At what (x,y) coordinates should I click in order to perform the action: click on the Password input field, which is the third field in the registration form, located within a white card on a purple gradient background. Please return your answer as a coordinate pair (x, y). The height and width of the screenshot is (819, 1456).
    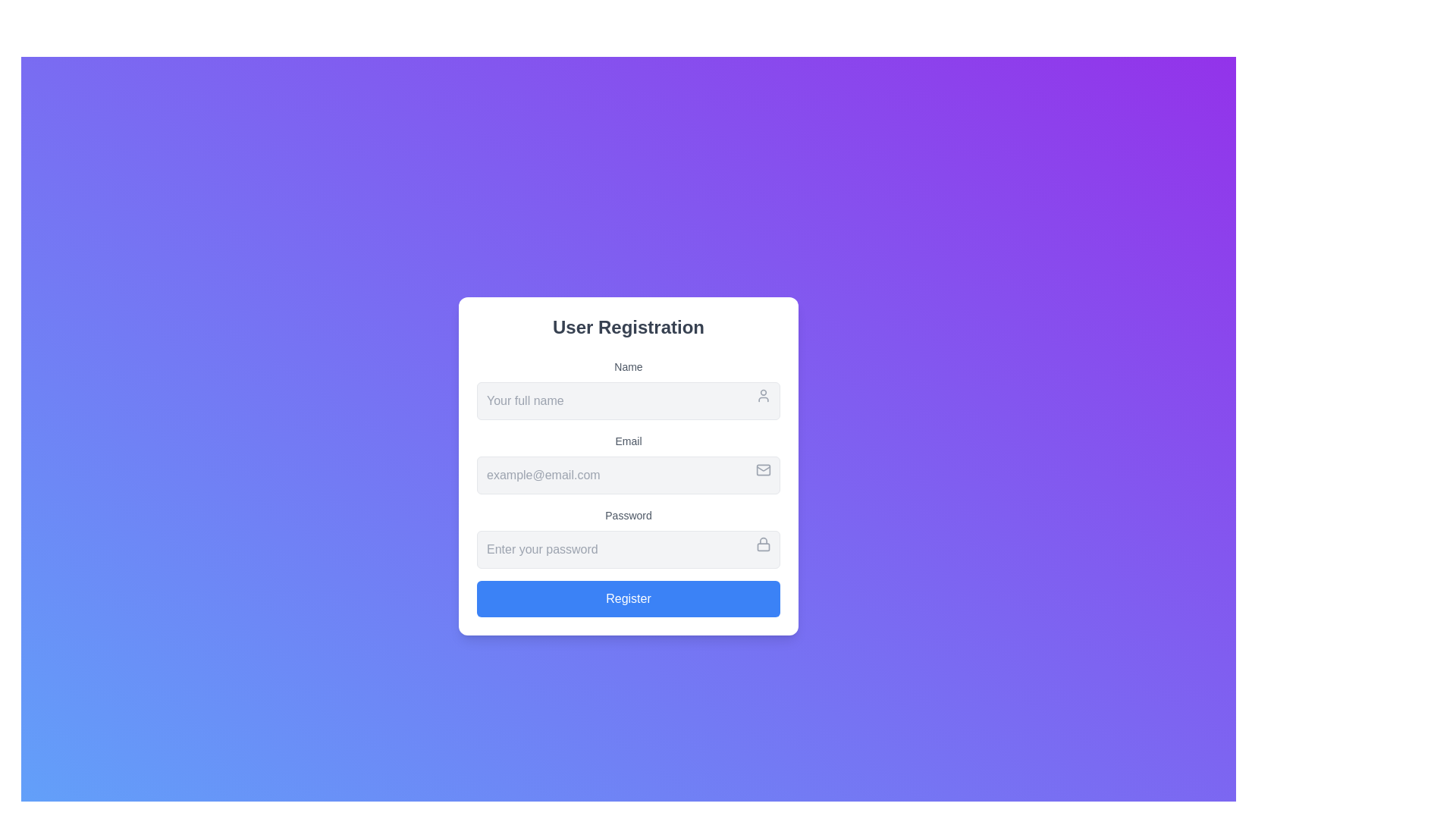
    Looking at the image, I should click on (629, 537).